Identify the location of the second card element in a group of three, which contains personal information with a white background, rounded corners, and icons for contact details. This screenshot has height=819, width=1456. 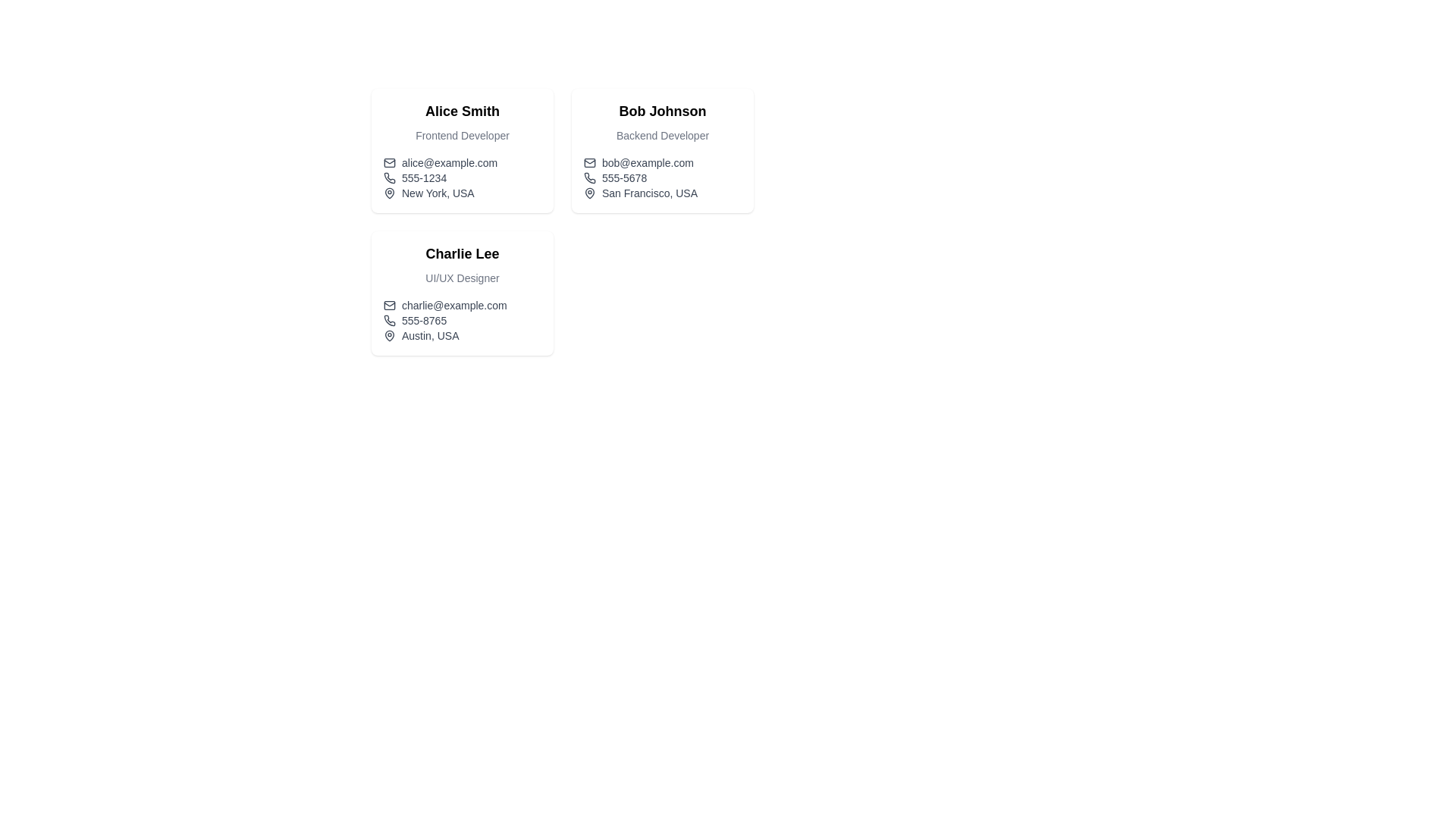
(662, 151).